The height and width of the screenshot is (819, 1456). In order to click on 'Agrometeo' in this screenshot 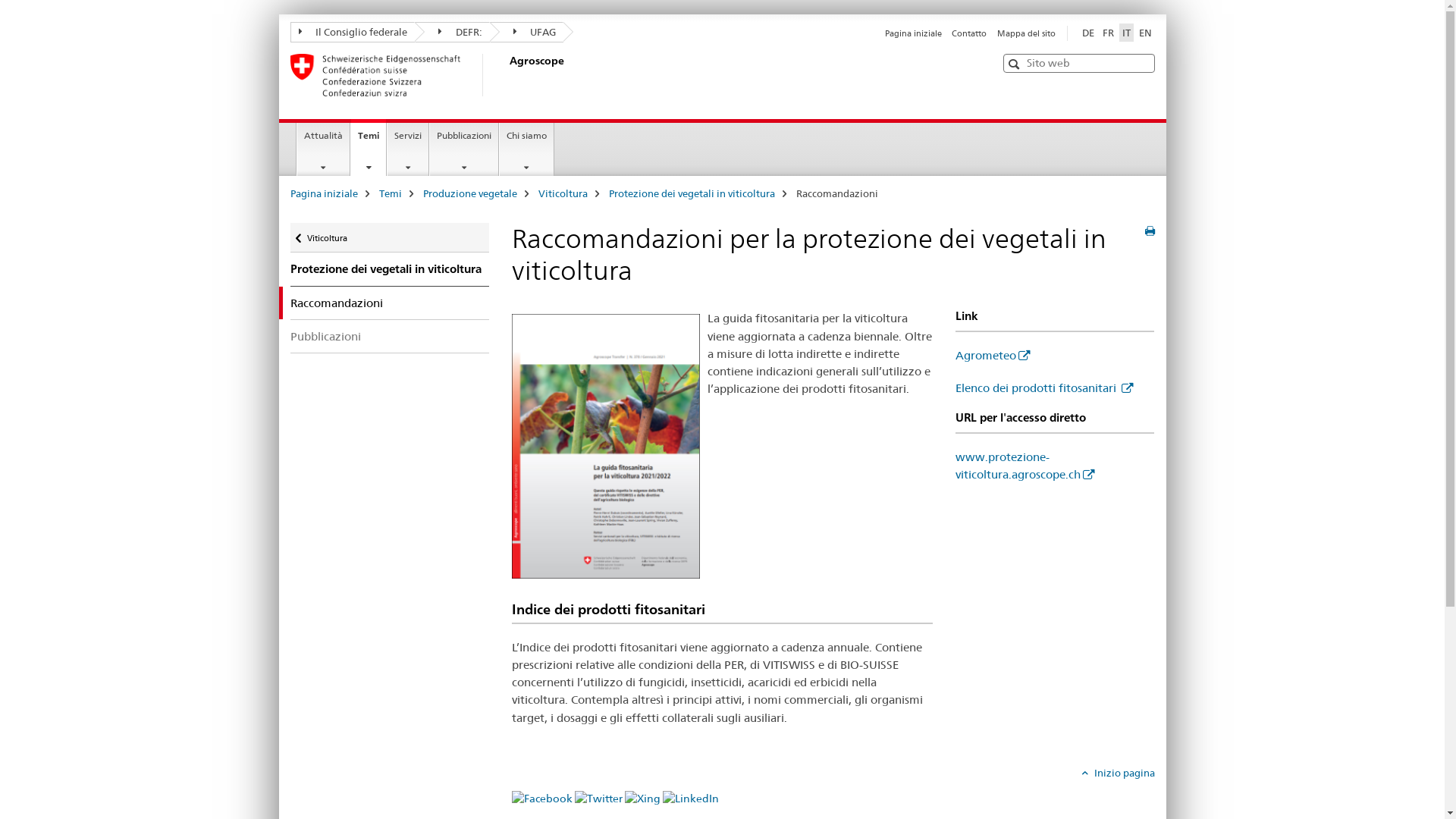, I will do `click(993, 355)`.